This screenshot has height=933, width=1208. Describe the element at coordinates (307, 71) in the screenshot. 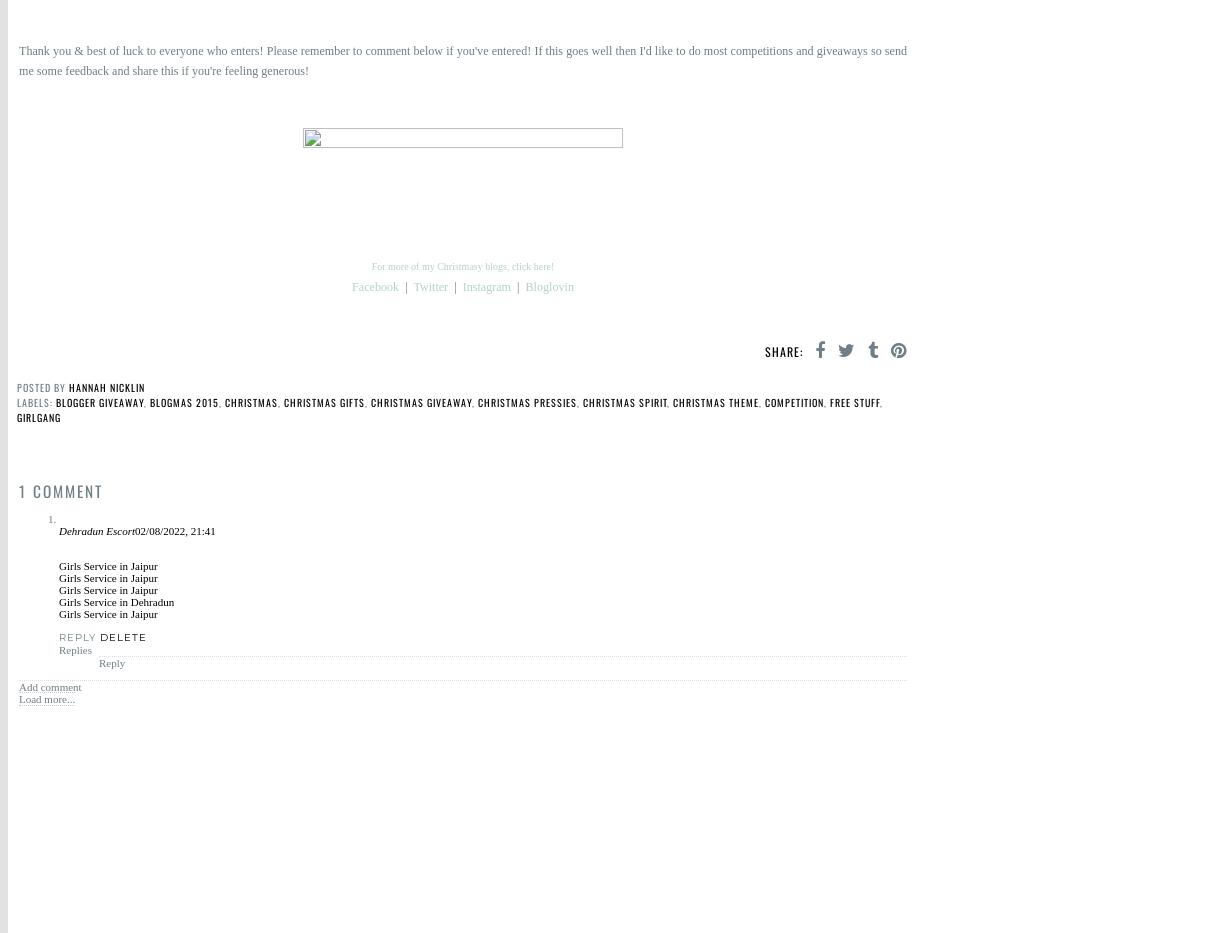

I see `'!'` at that location.